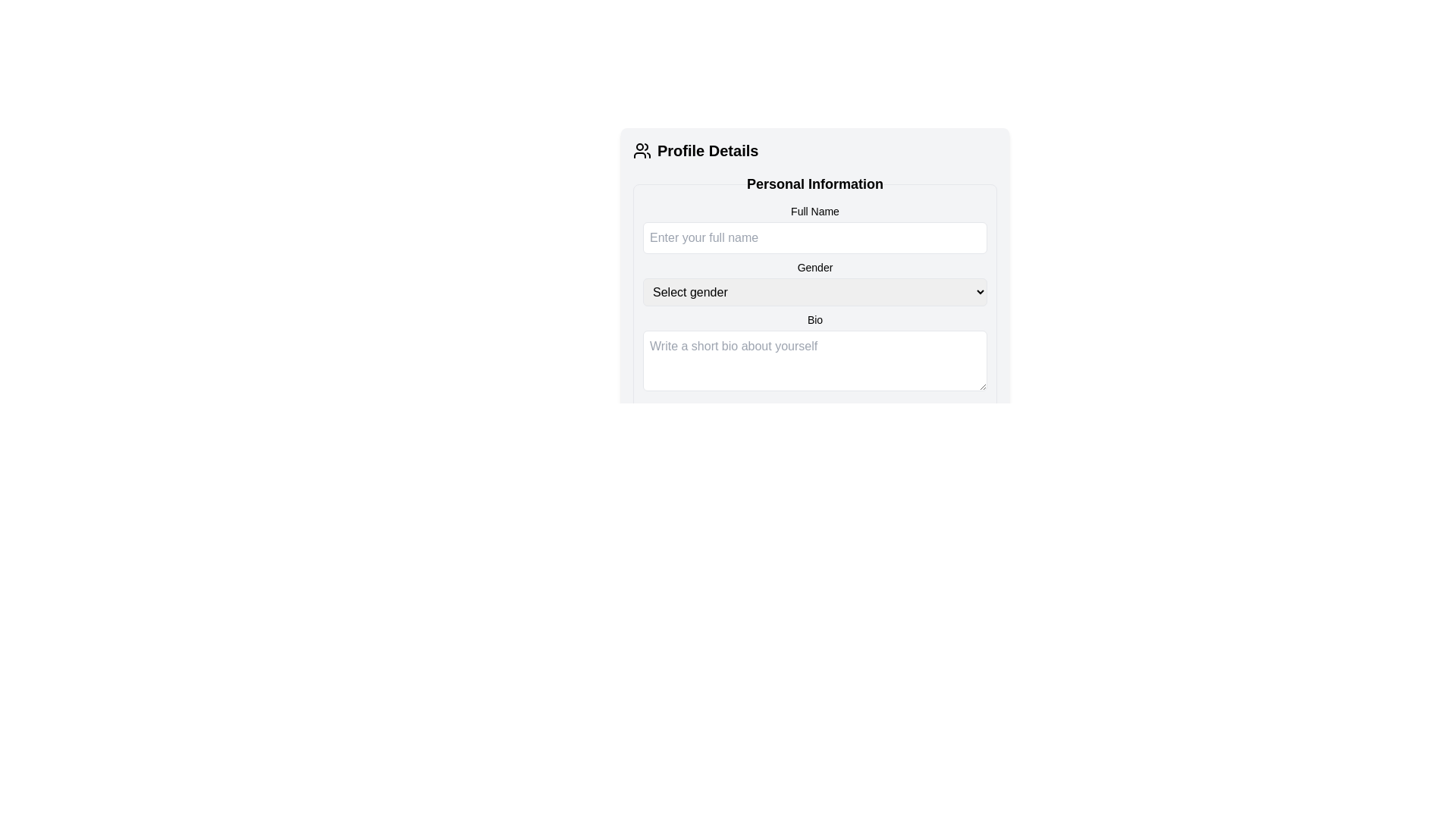 The height and width of the screenshot is (819, 1456). Describe the element at coordinates (814, 292) in the screenshot. I see `the dropdown menu labeled 'Select gender' with a gray border` at that location.